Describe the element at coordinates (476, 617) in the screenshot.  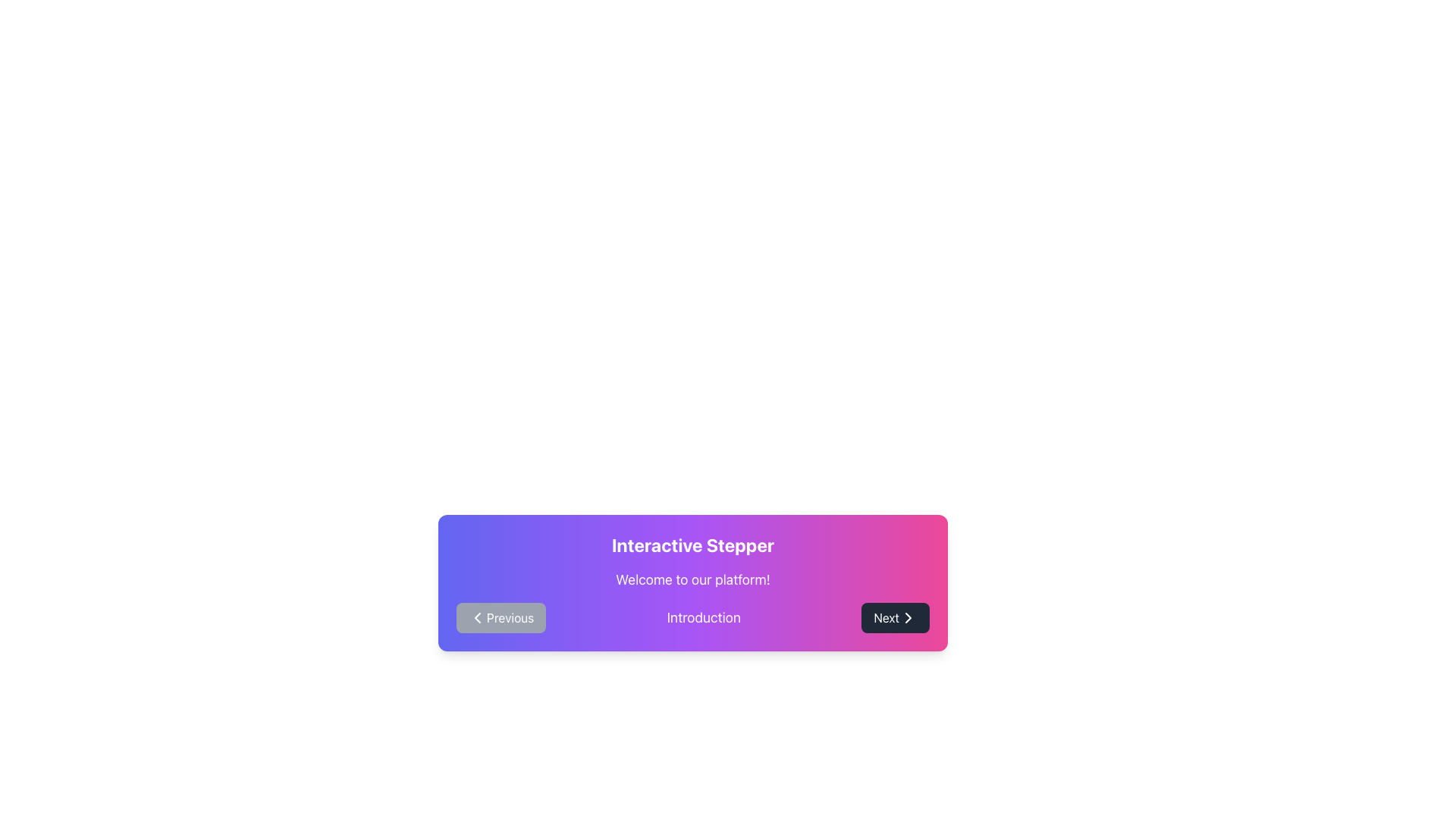
I see `the 'Previous' button which contains a left-pointing chevron icon with a gray stroke color` at that location.